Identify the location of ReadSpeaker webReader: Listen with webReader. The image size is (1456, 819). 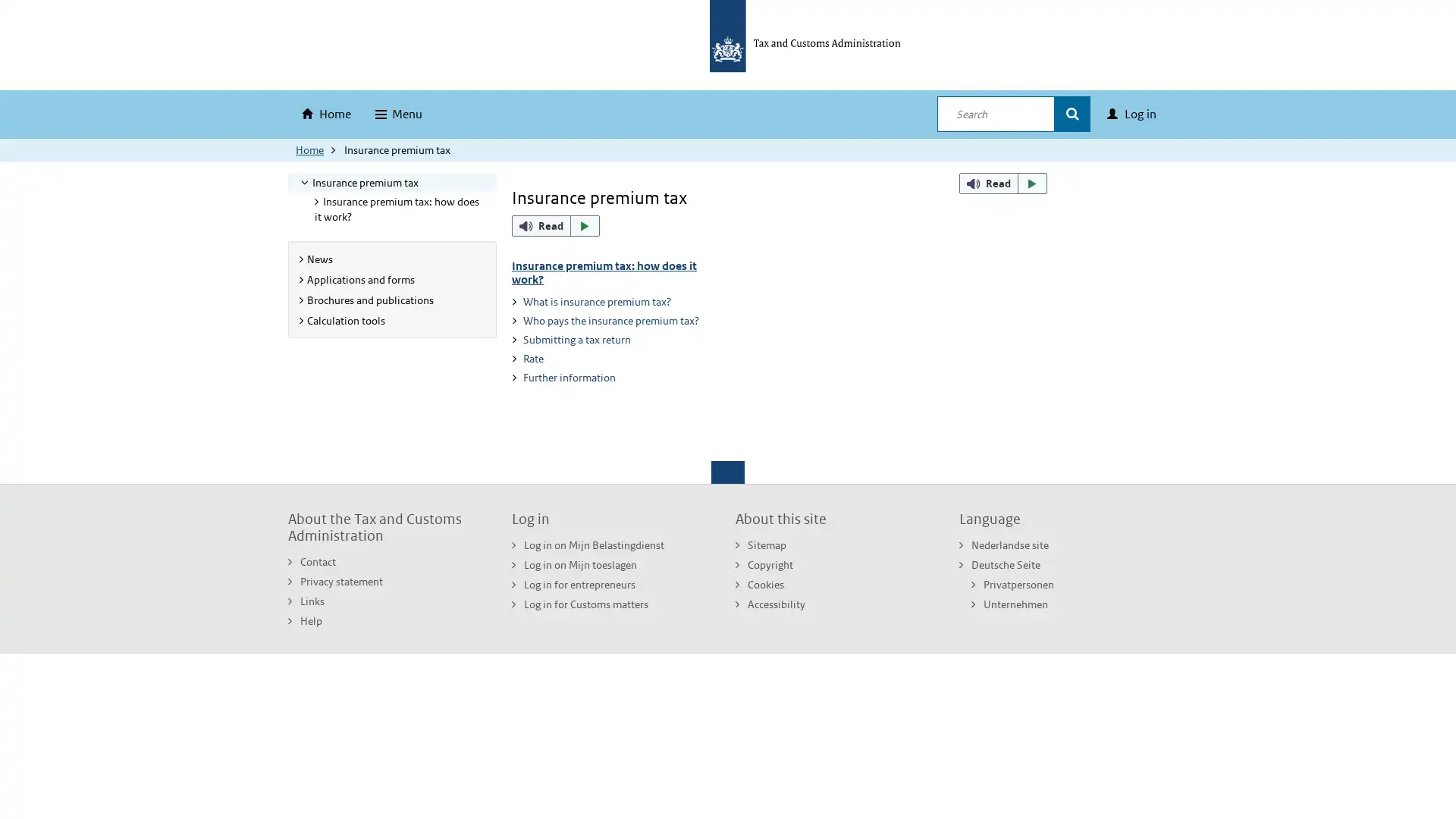
(1003, 183).